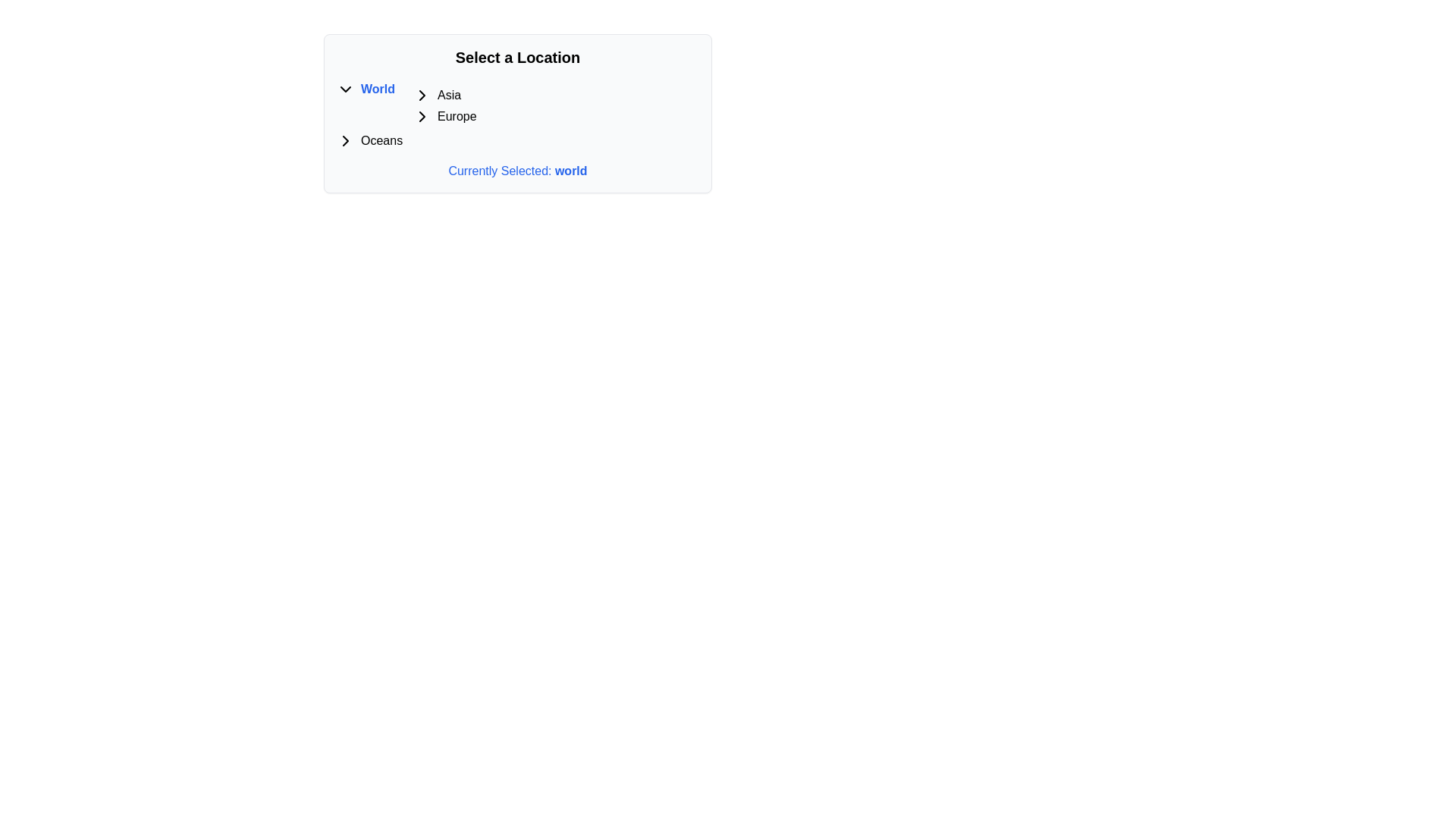 The width and height of the screenshot is (1456, 819). What do you see at coordinates (570, 171) in the screenshot?
I see `the text 'world' which is displayed in blue color and part of the phrase 'Currently Selected: world' in the lower area of the 'Select a Location' section` at bounding box center [570, 171].